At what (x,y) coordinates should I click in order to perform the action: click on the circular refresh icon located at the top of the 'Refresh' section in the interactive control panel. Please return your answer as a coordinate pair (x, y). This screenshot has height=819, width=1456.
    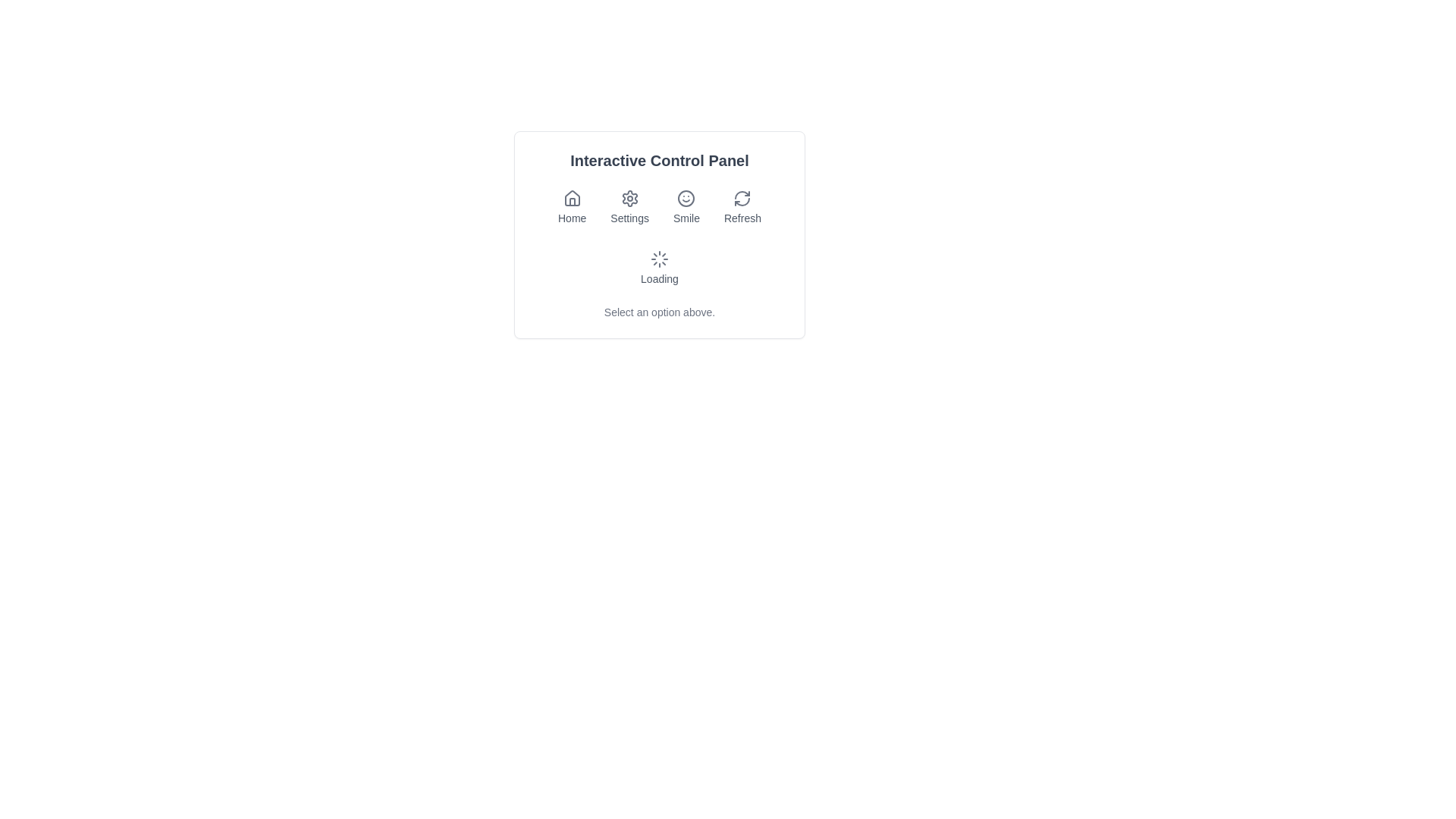
    Looking at the image, I should click on (742, 198).